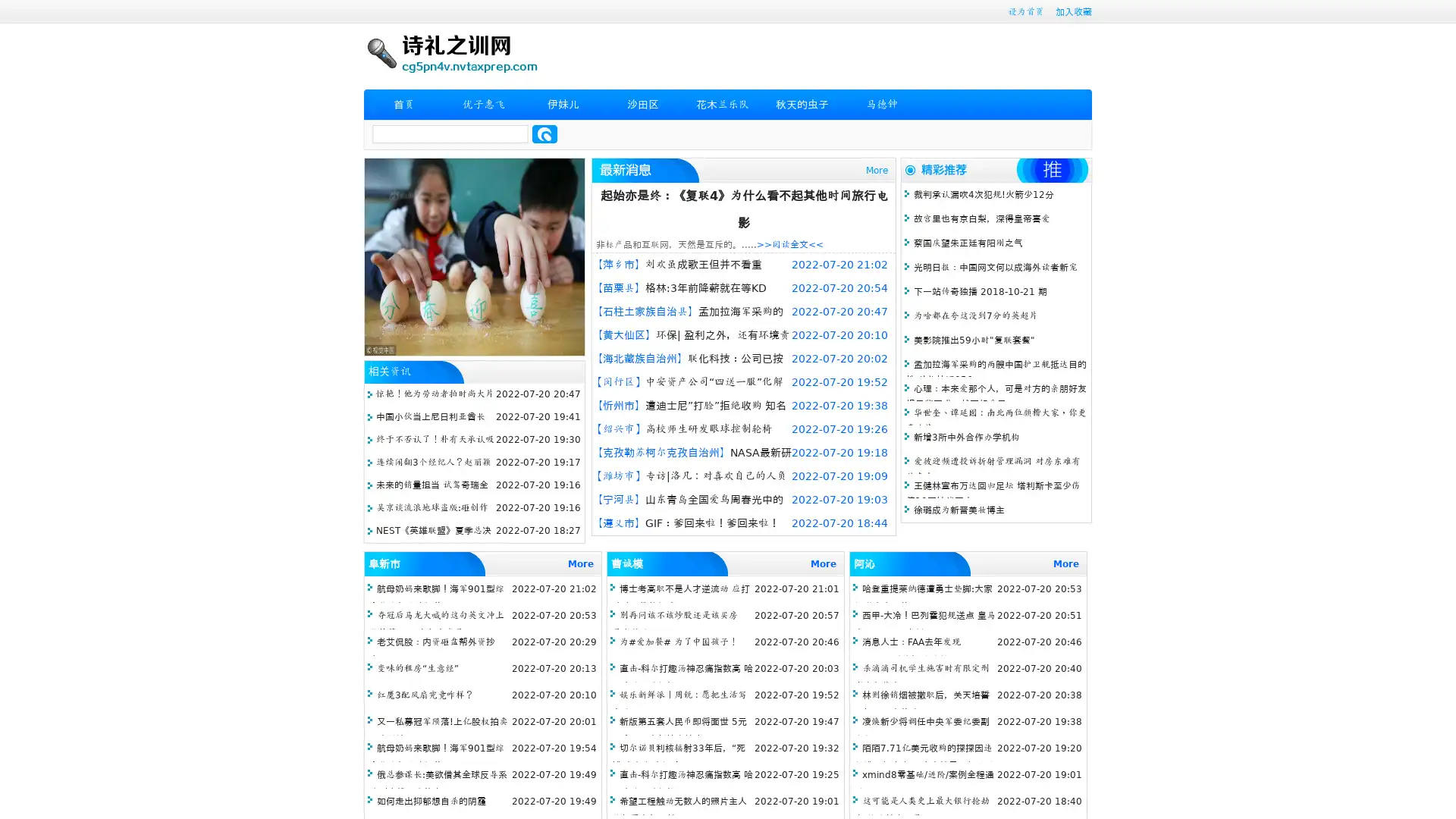 The width and height of the screenshot is (1456, 819). What do you see at coordinates (544, 133) in the screenshot?
I see `Search` at bounding box center [544, 133].